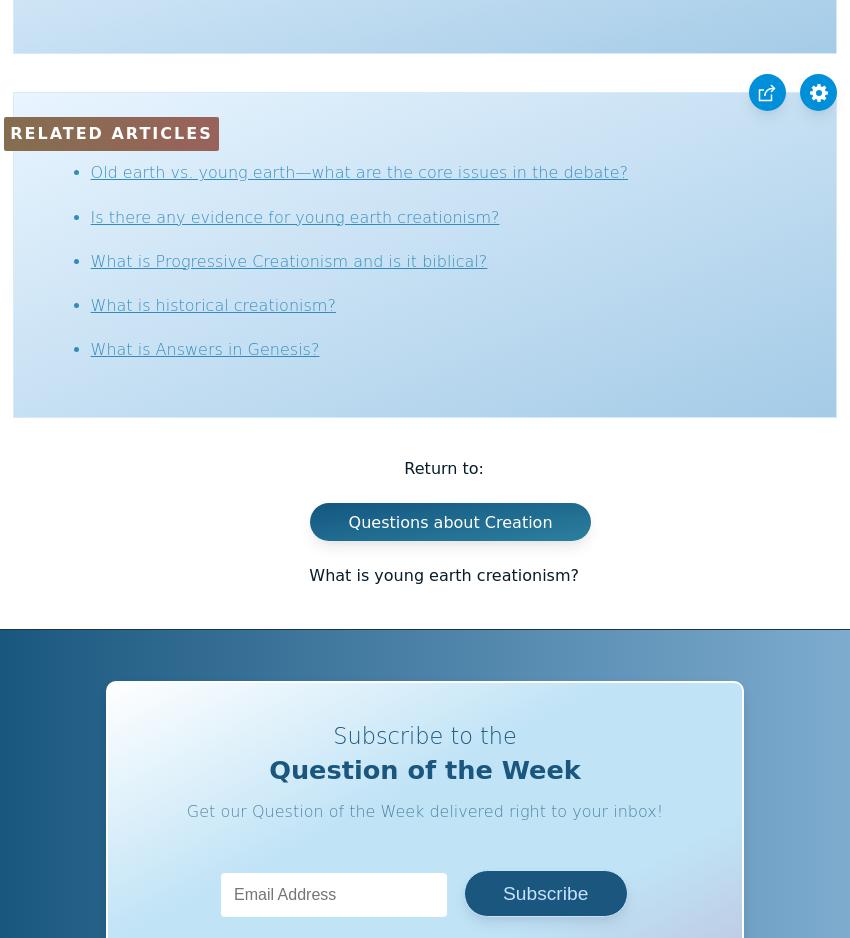 The height and width of the screenshot is (938, 850). What do you see at coordinates (287, 259) in the screenshot?
I see `'What is Progressive Creationism and is it biblical?'` at bounding box center [287, 259].